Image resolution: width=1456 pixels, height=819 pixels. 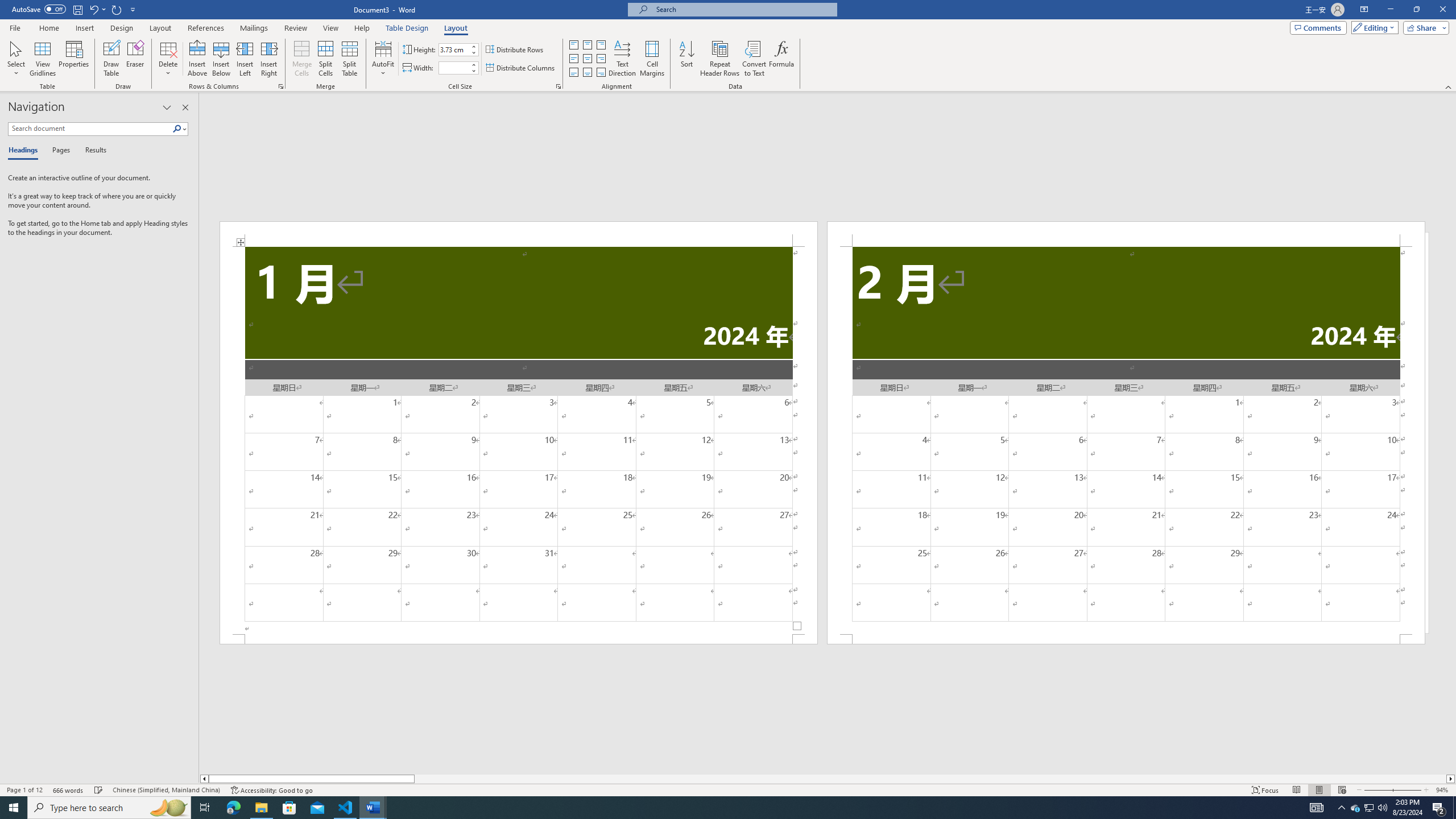 What do you see at coordinates (754, 59) in the screenshot?
I see `'Convert to Text...'` at bounding box center [754, 59].